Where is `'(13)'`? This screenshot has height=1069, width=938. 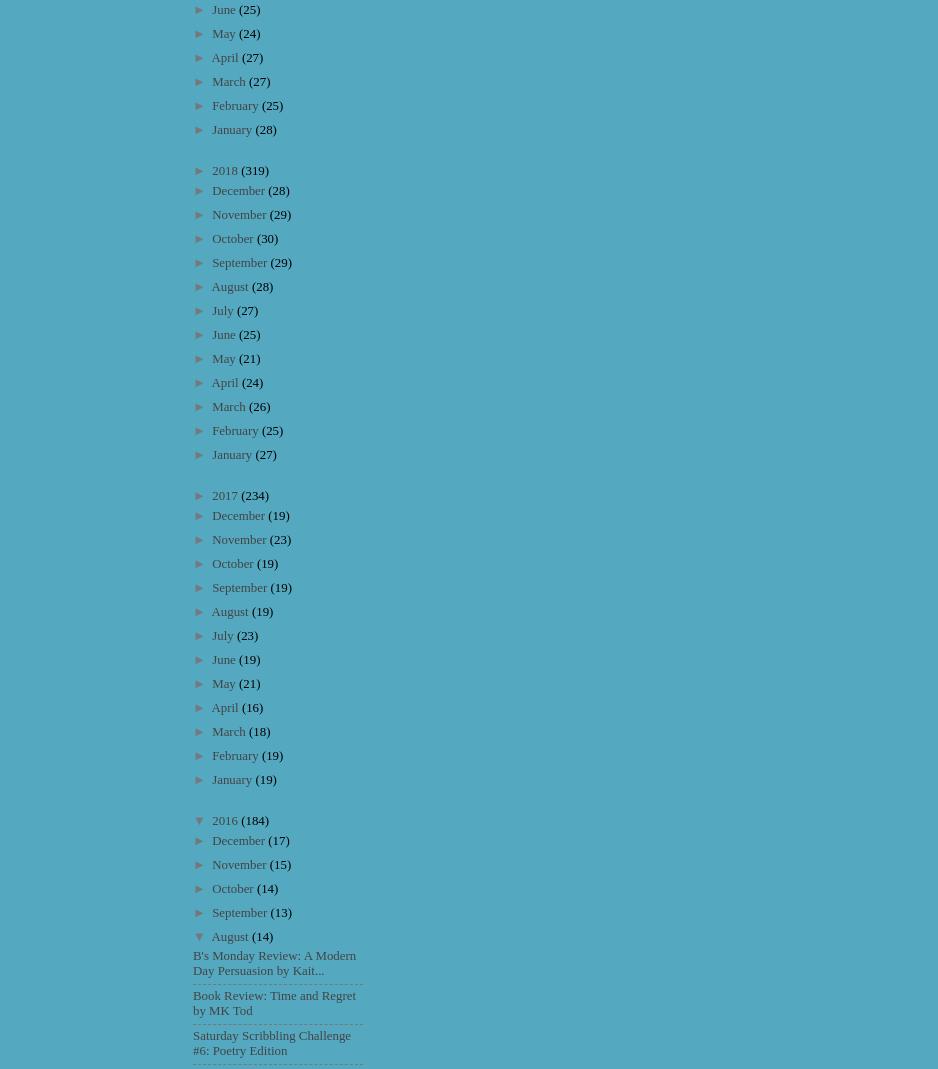 '(13)' is located at coordinates (280, 910).